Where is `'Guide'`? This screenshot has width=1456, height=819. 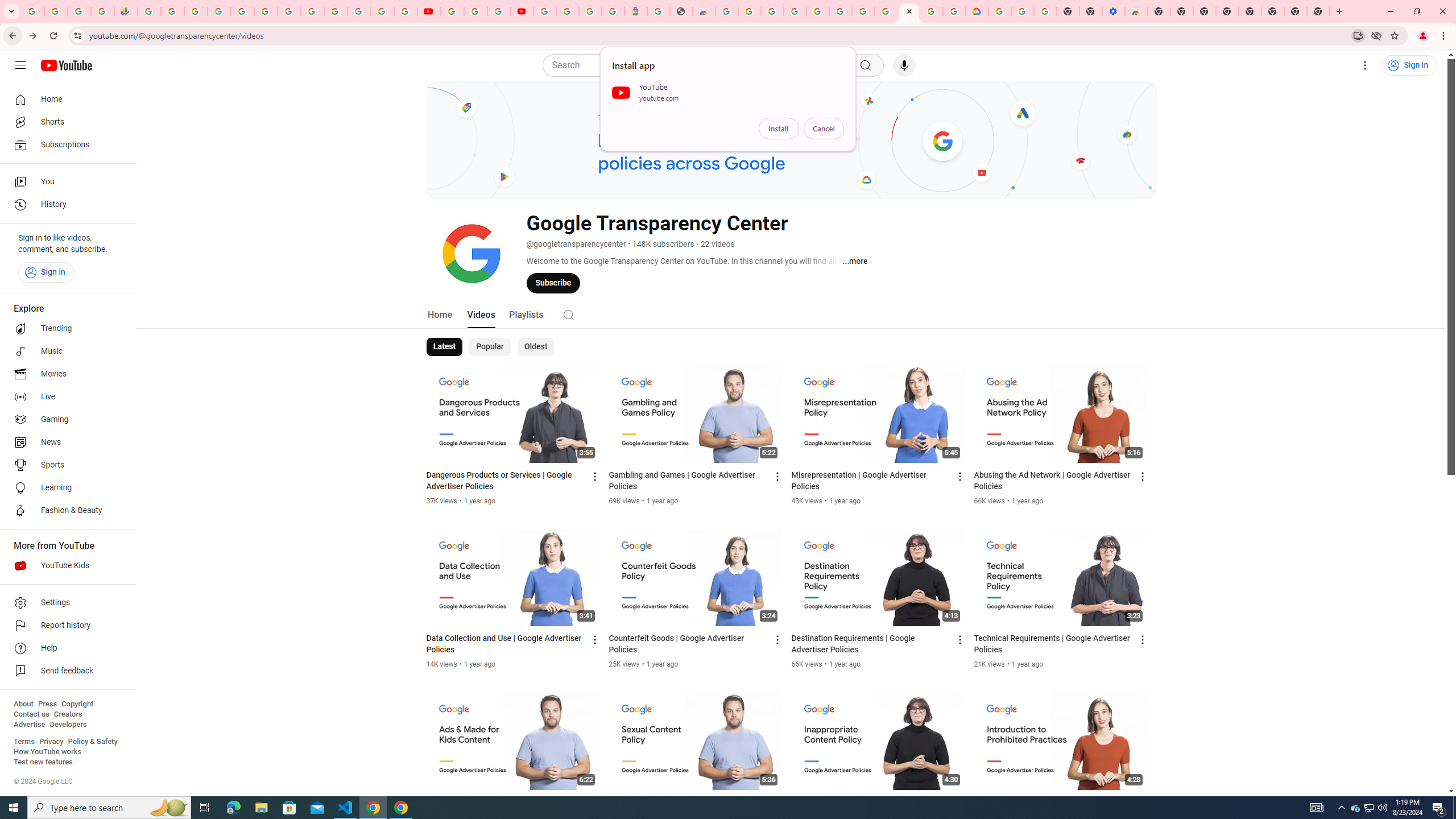
'Guide' is located at coordinates (19, 65).